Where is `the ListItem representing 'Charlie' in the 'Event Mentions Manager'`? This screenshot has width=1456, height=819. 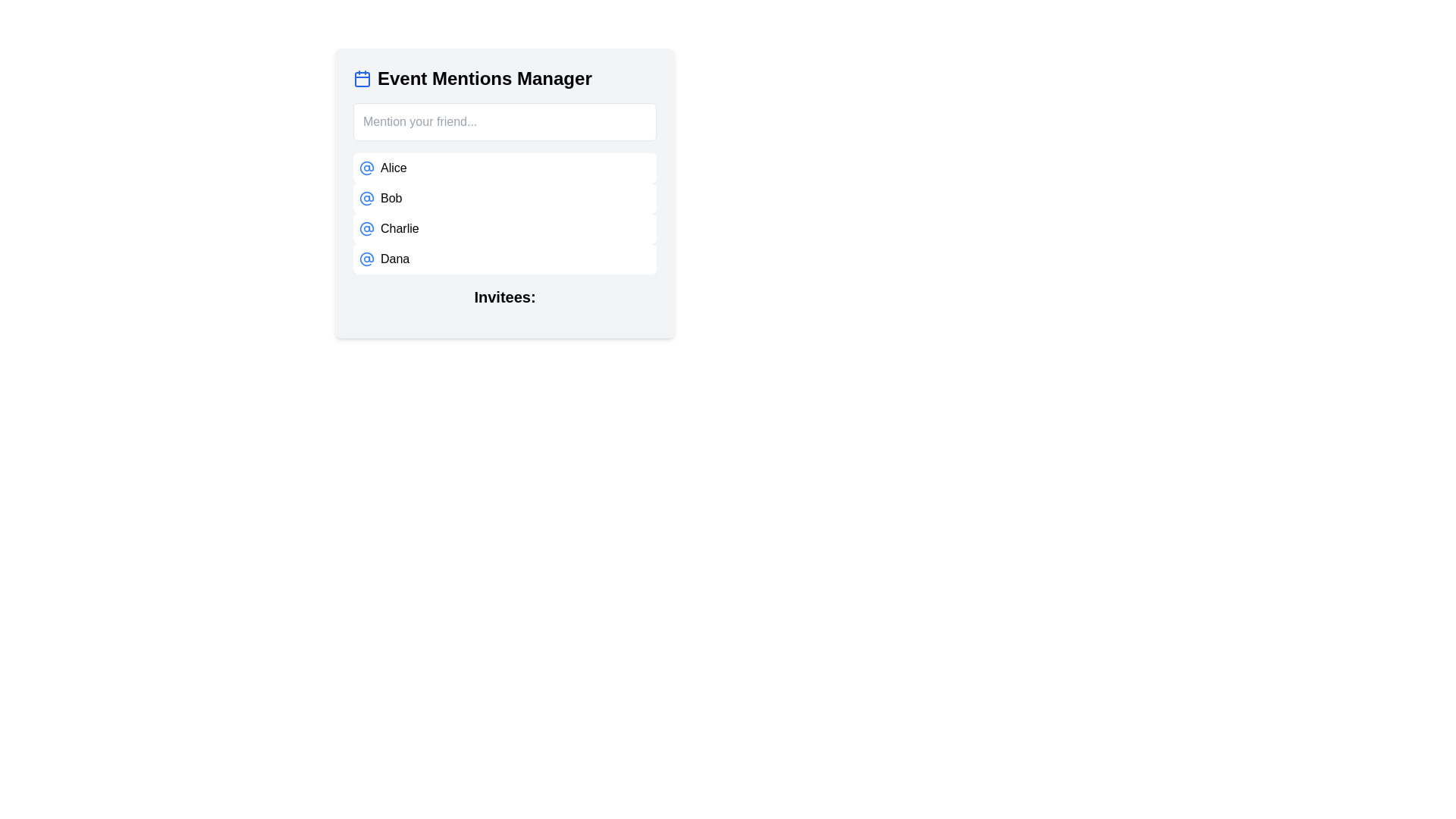
the ListItem representing 'Charlie' in the 'Event Mentions Manager' is located at coordinates (505, 228).